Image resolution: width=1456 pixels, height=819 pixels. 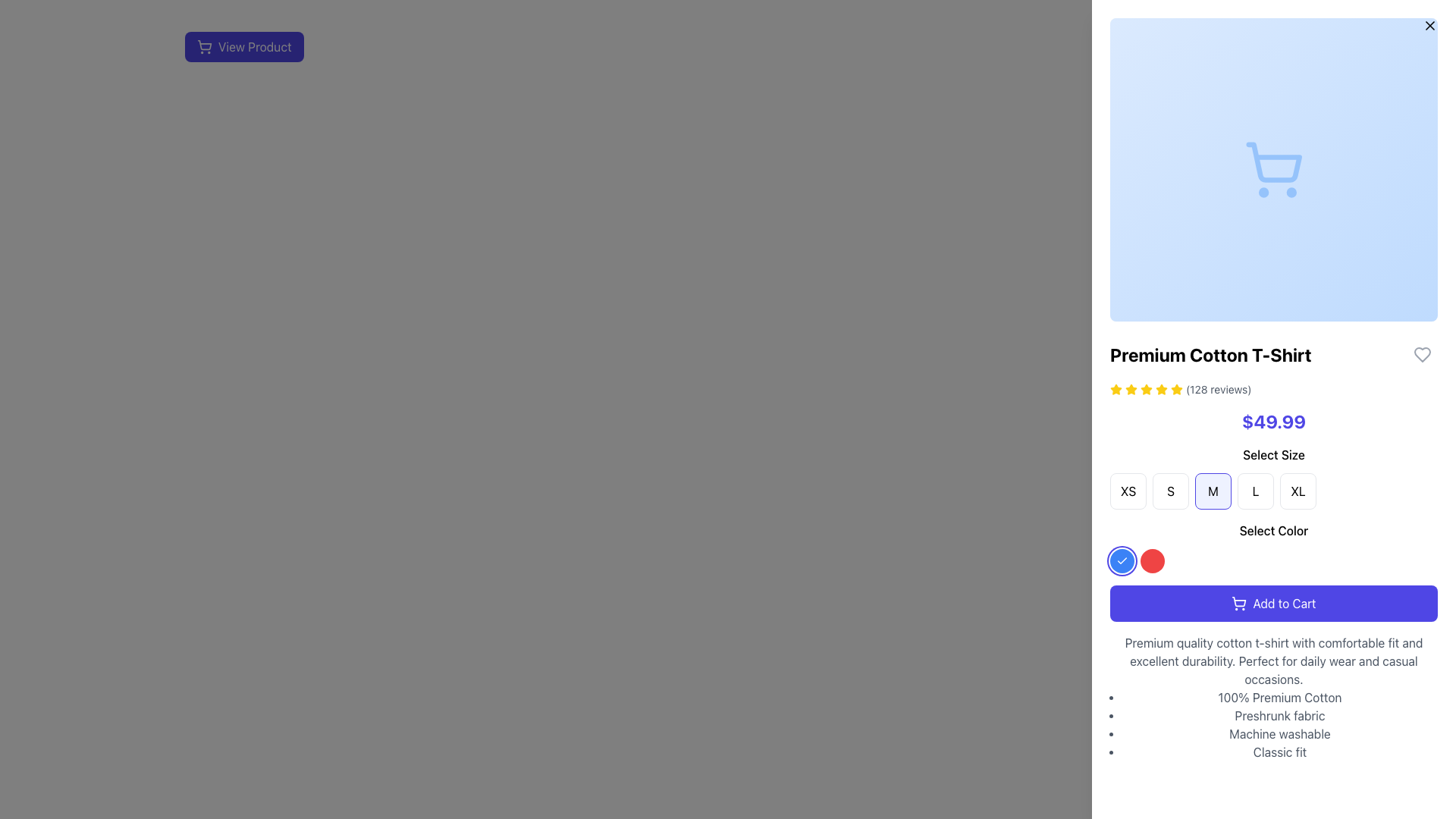 What do you see at coordinates (1160, 388) in the screenshot?
I see `the fourth yellow star icon in the rating component, which visually resembles a classic five-pointed star, located in the product details section near the title and price` at bounding box center [1160, 388].